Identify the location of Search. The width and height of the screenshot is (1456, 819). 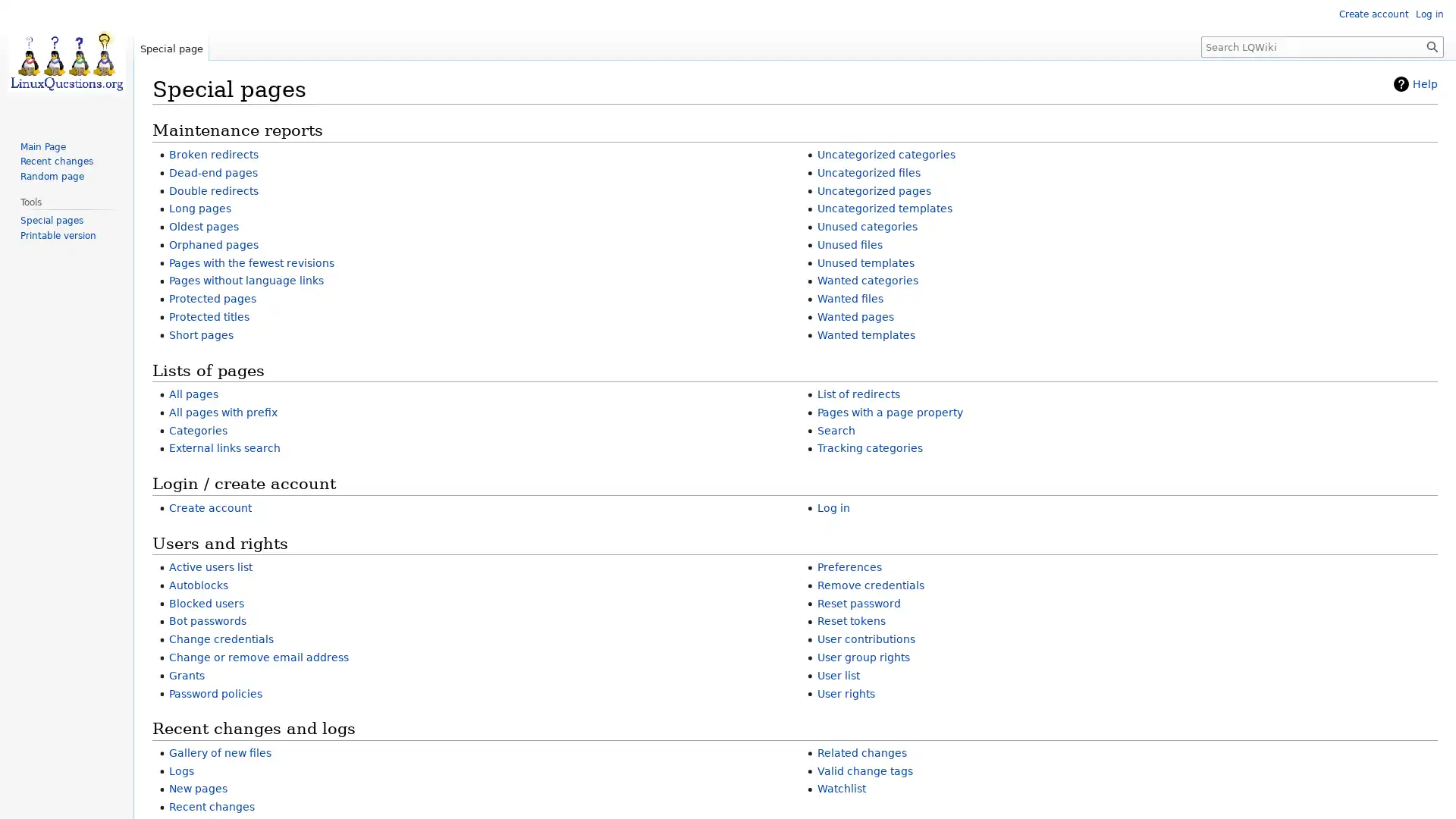
(1432, 45).